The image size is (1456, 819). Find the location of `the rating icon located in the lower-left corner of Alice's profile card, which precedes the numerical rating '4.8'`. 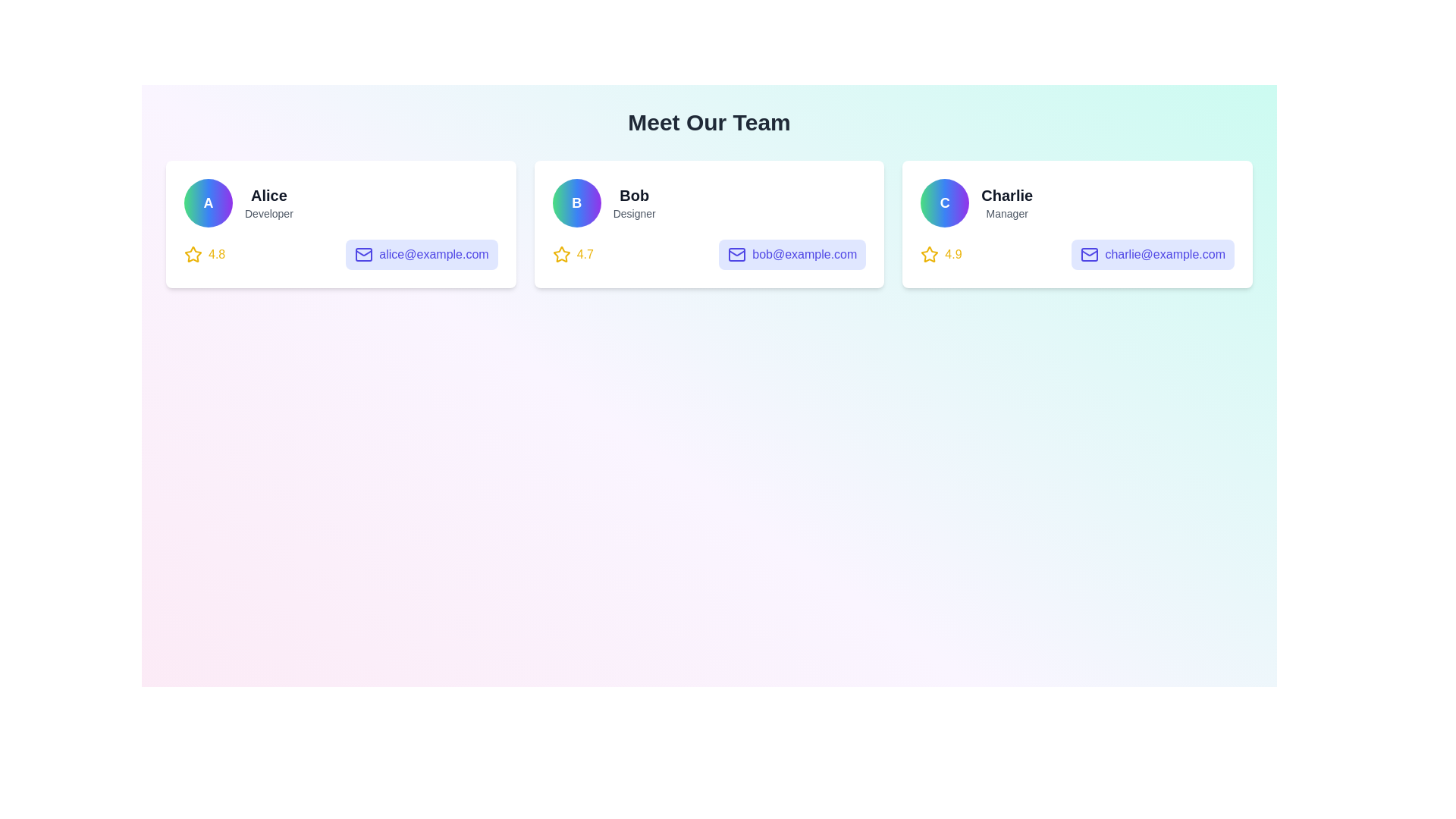

the rating icon located in the lower-left corner of Alice's profile card, which precedes the numerical rating '4.8' is located at coordinates (192, 253).